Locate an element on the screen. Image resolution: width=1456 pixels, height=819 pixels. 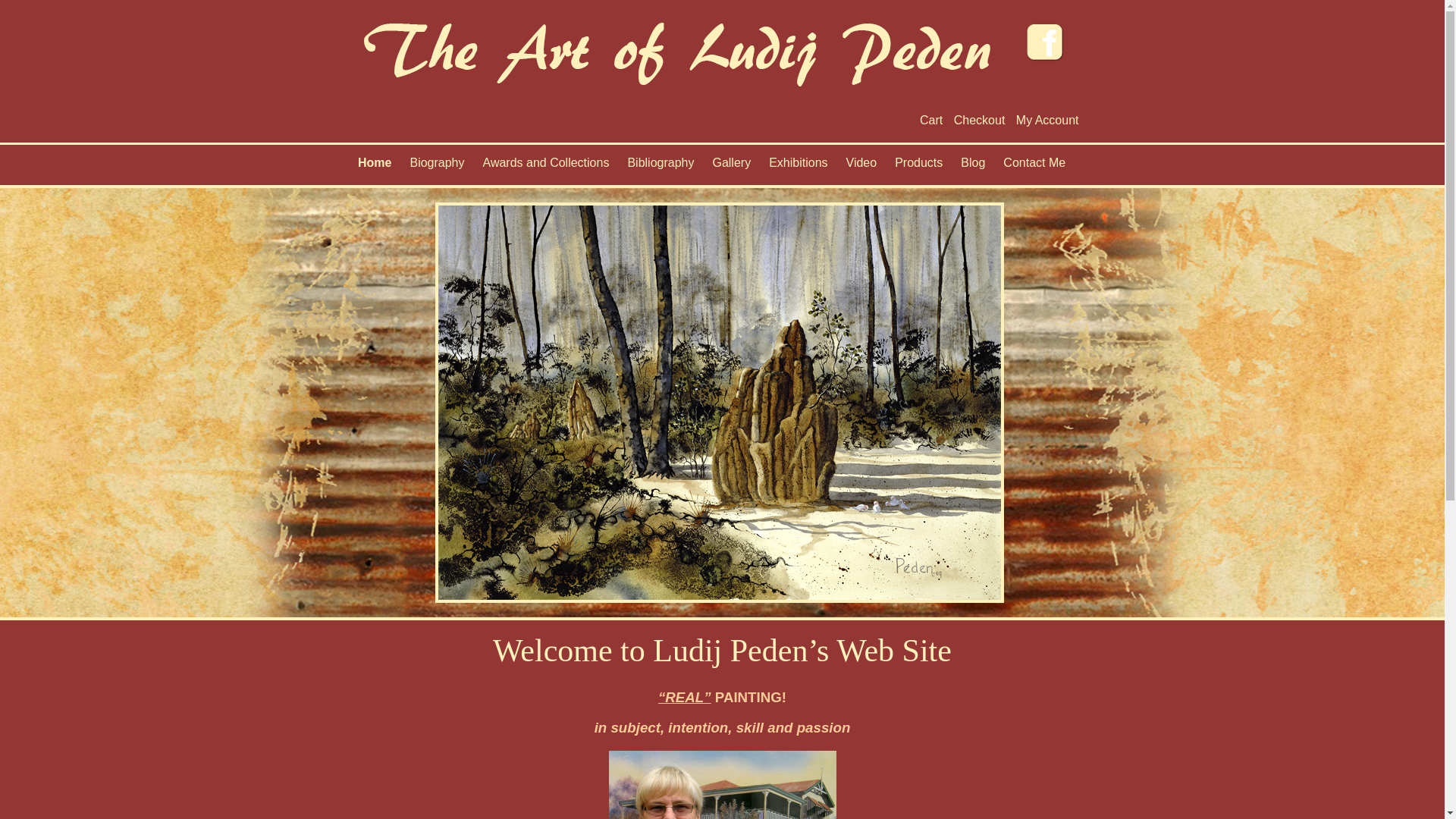
'Checkout' is located at coordinates (979, 119).